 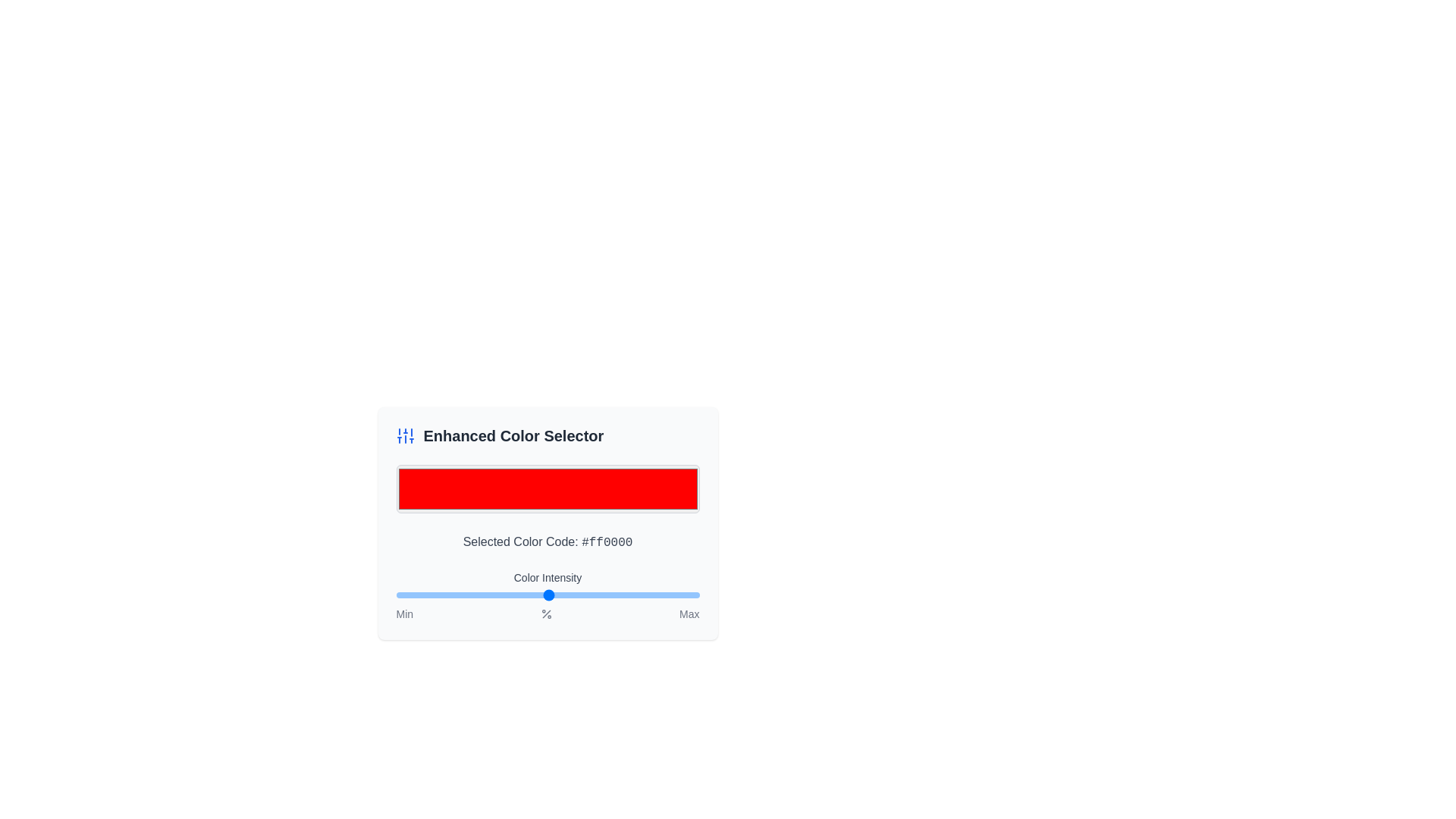 What do you see at coordinates (432, 595) in the screenshot?
I see `the slider value` at bounding box center [432, 595].